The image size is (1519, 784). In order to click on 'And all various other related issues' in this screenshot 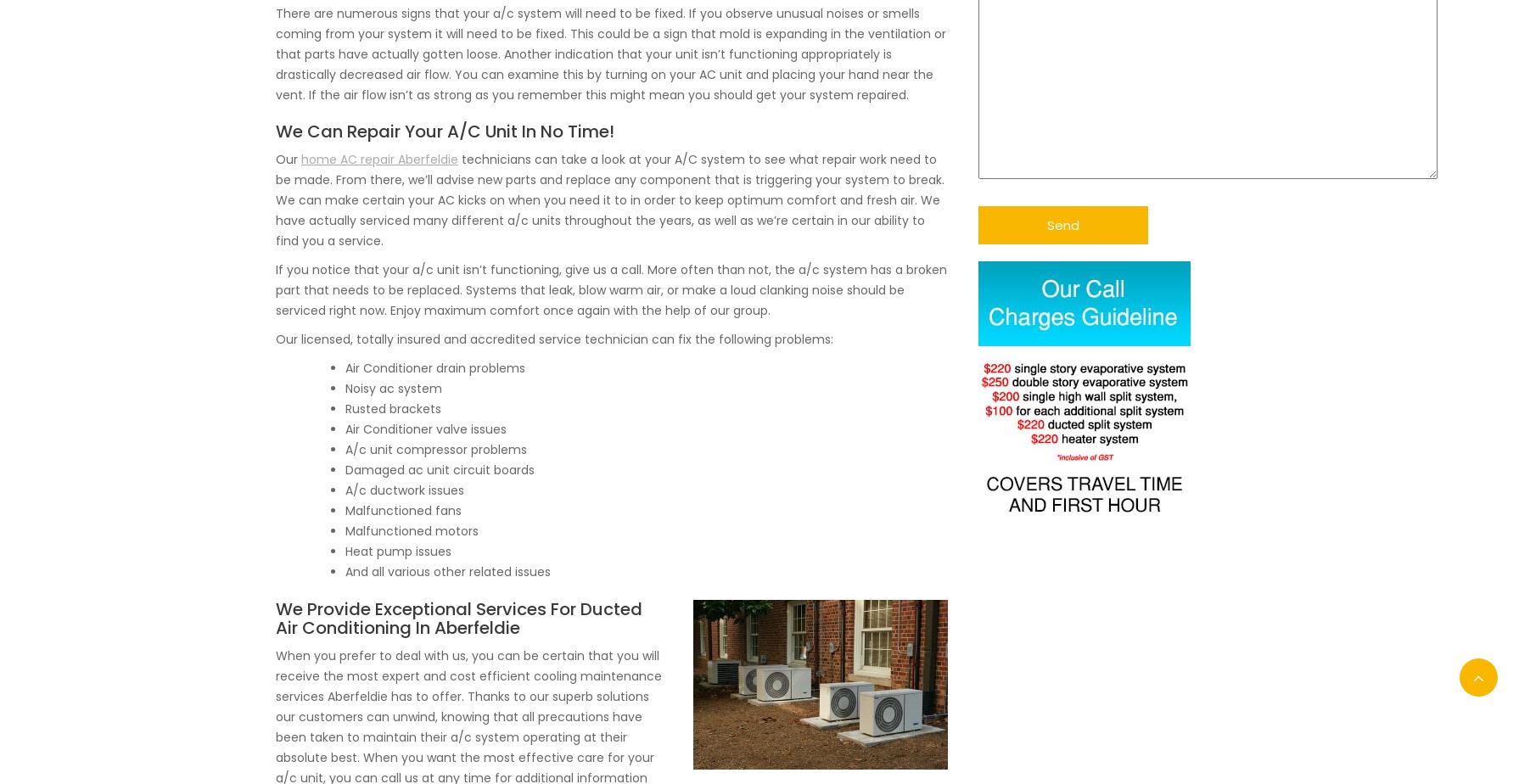, I will do `click(447, 571)`.